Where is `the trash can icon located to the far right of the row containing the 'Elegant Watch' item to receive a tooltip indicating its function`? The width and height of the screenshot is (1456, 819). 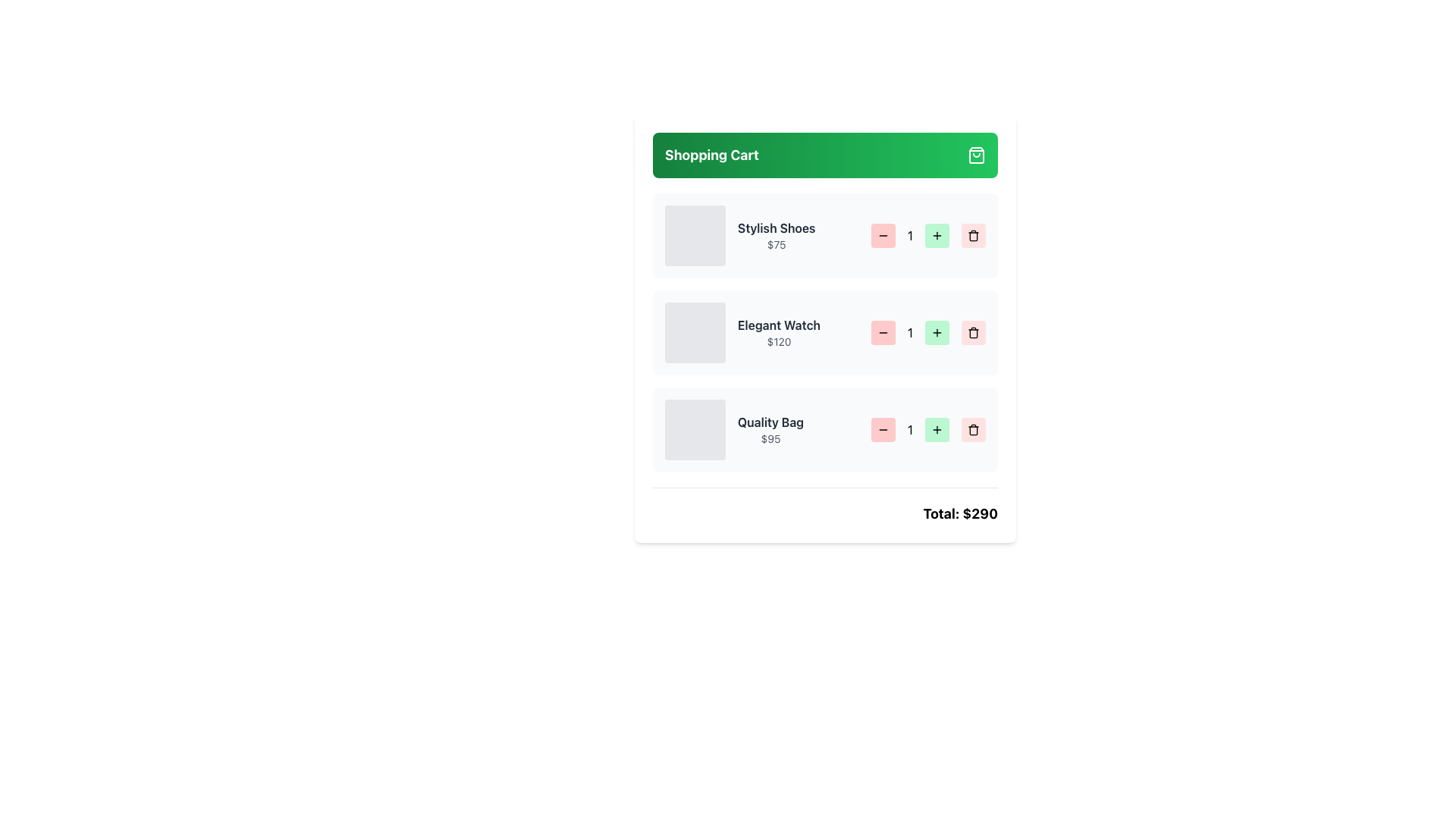 the trash can icon located to the far right of the row containing the 'Elegant Watch' item to receive a tooltip indicating its function is located at coordinates (973, 332).